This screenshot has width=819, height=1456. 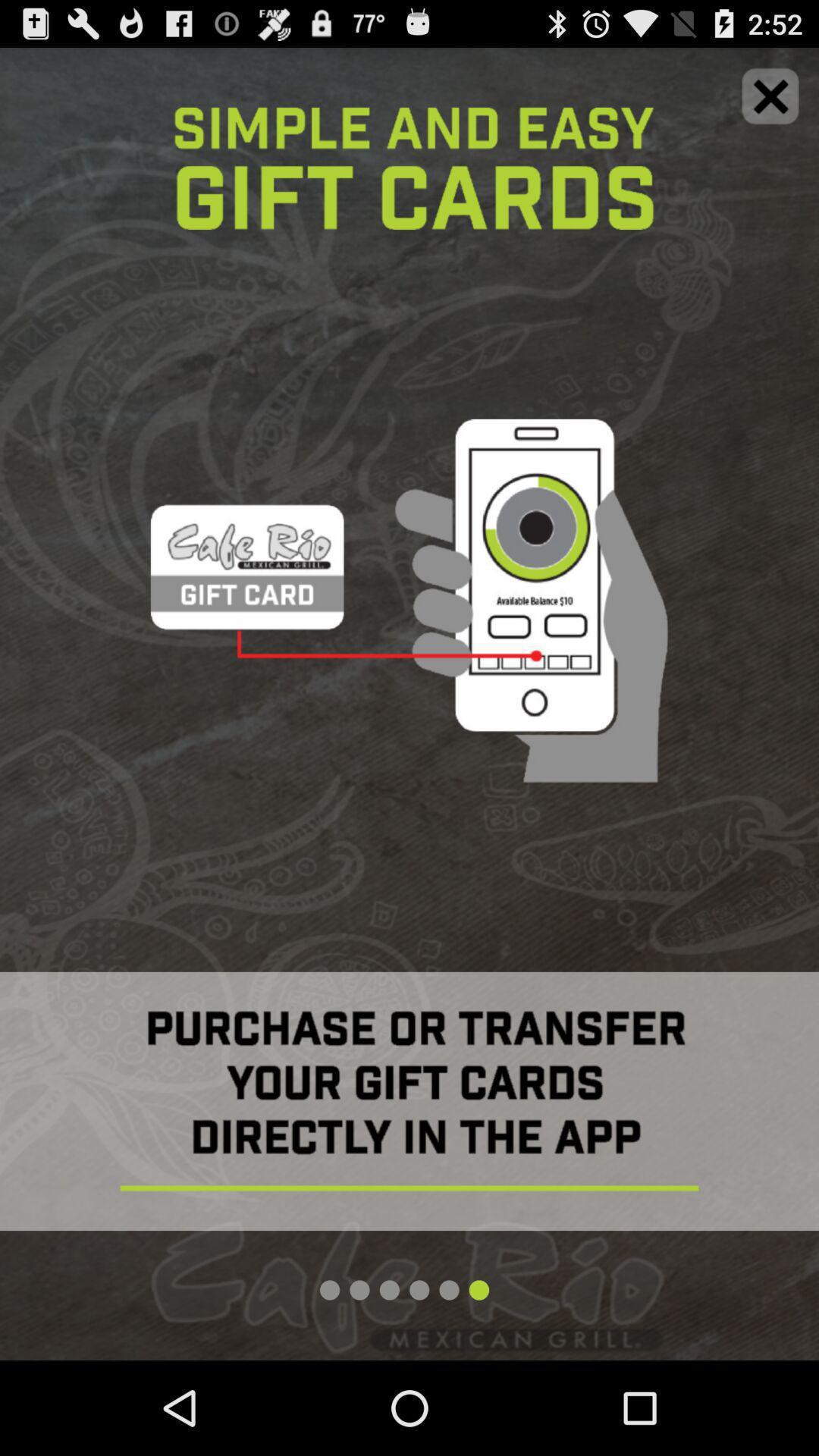 What do you see at coordinates (770, 95) in the screenshot?
I see `close` at bounding box center [770, 95].